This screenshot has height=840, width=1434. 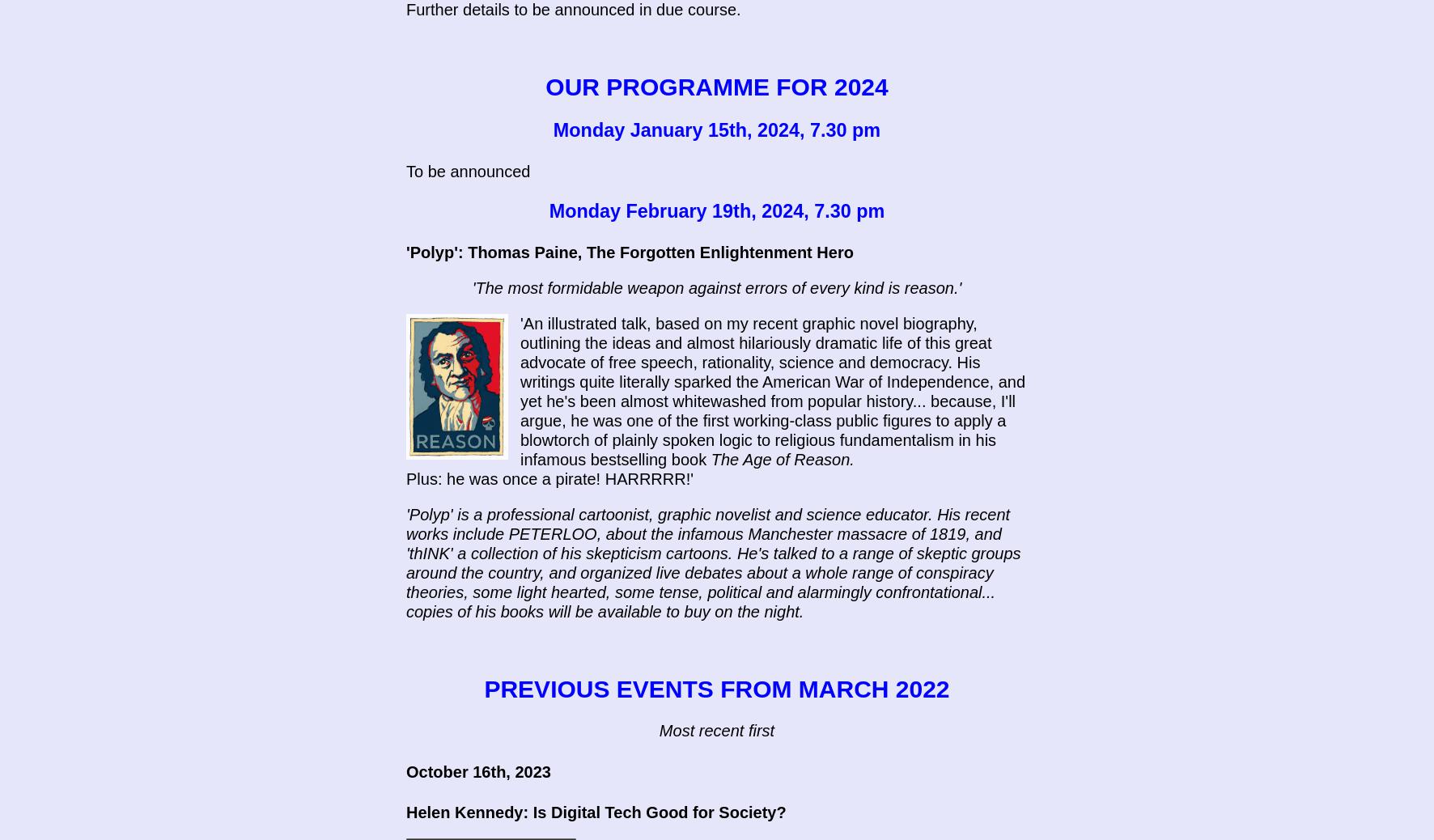 I want to click on ''The most formidable weapon against errors of every kind is reason.'', so click(x=716, y=288).